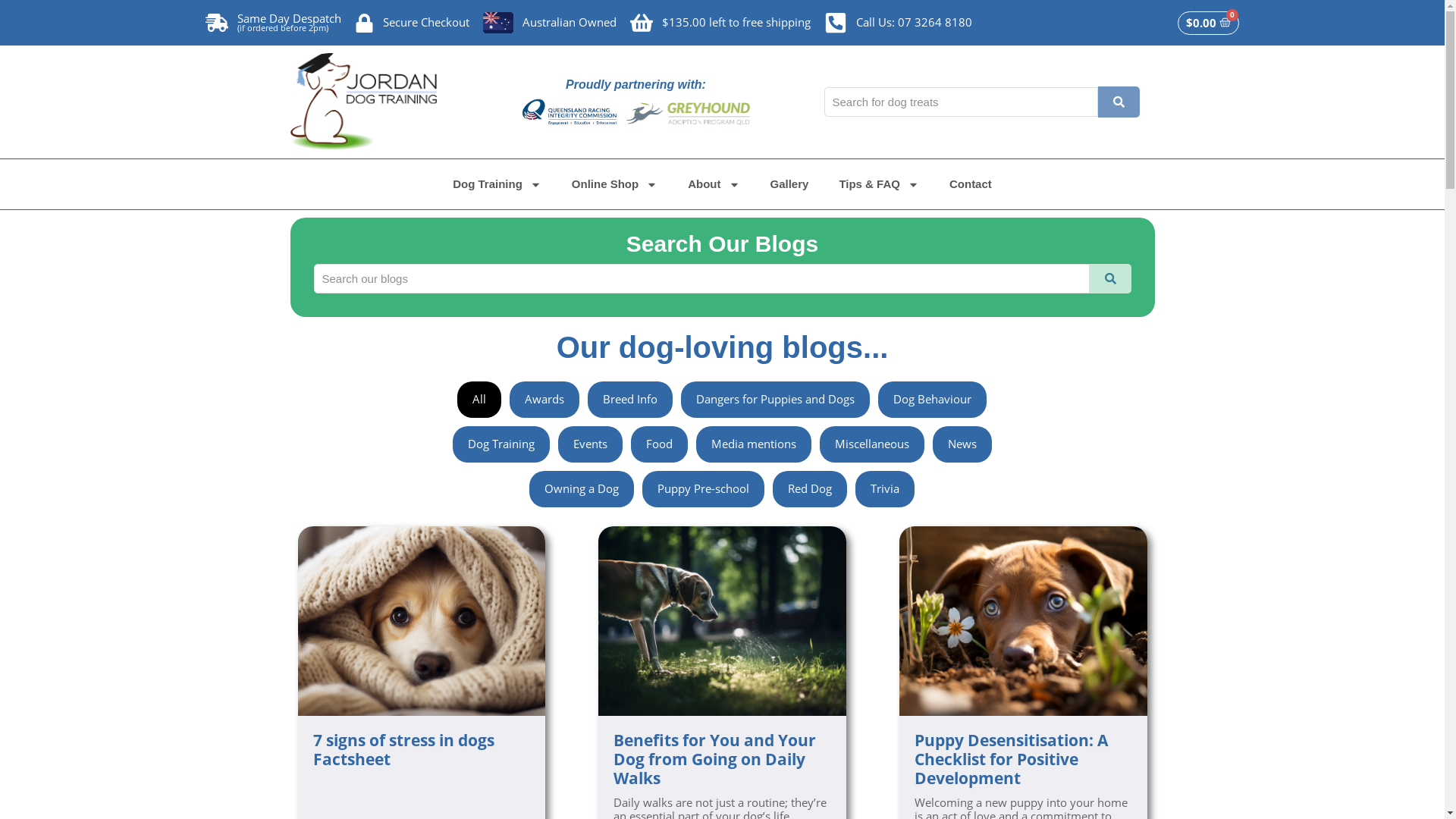 This screenshot has height=819, width=1456. I want to click on 'Puppy Desensitisation: A Checklist for Positive Development', so click(1023, 760).